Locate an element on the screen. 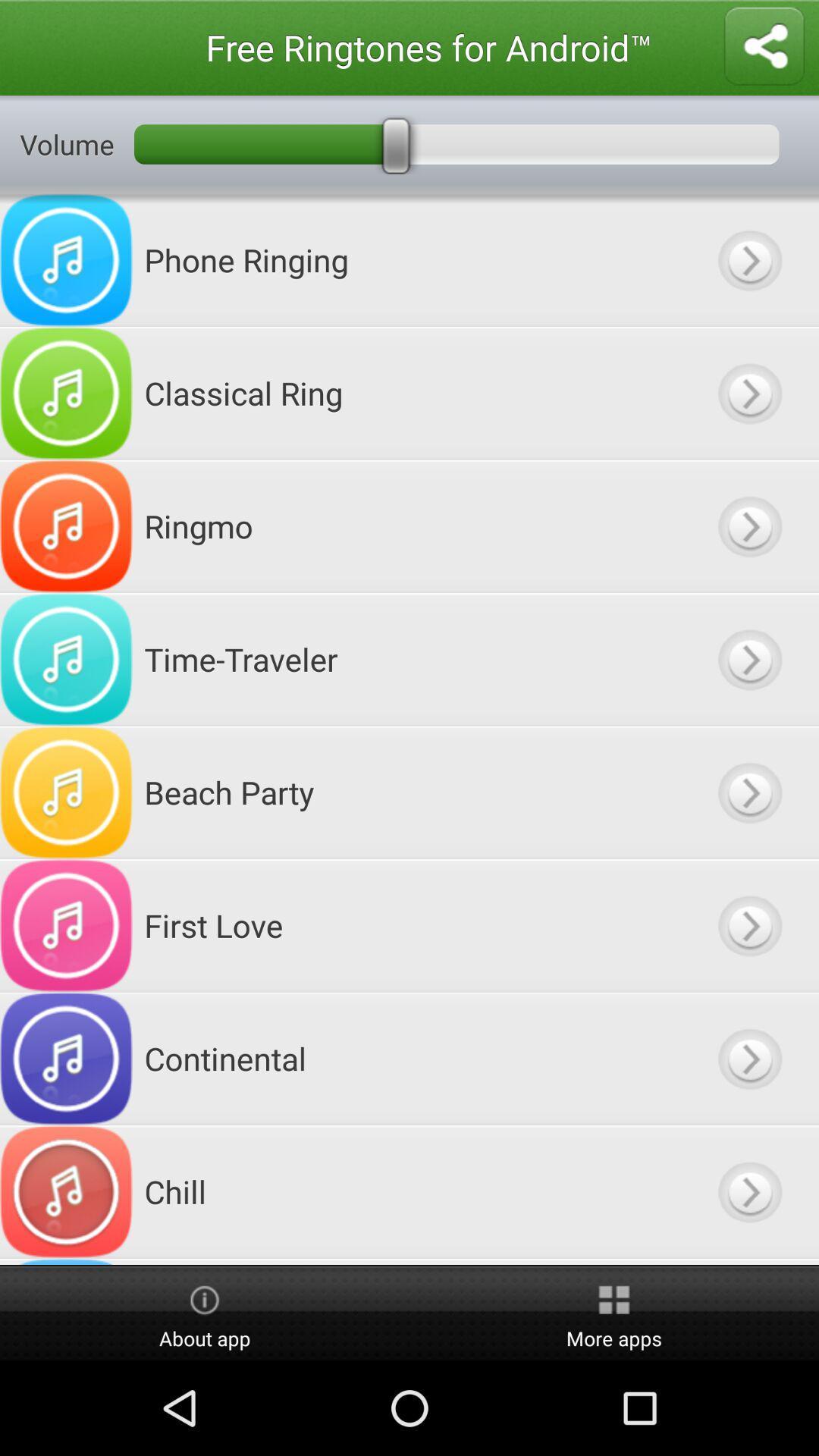 The width and height of the screenshot is (819, 1456). play is located at coordinates (748, 393).